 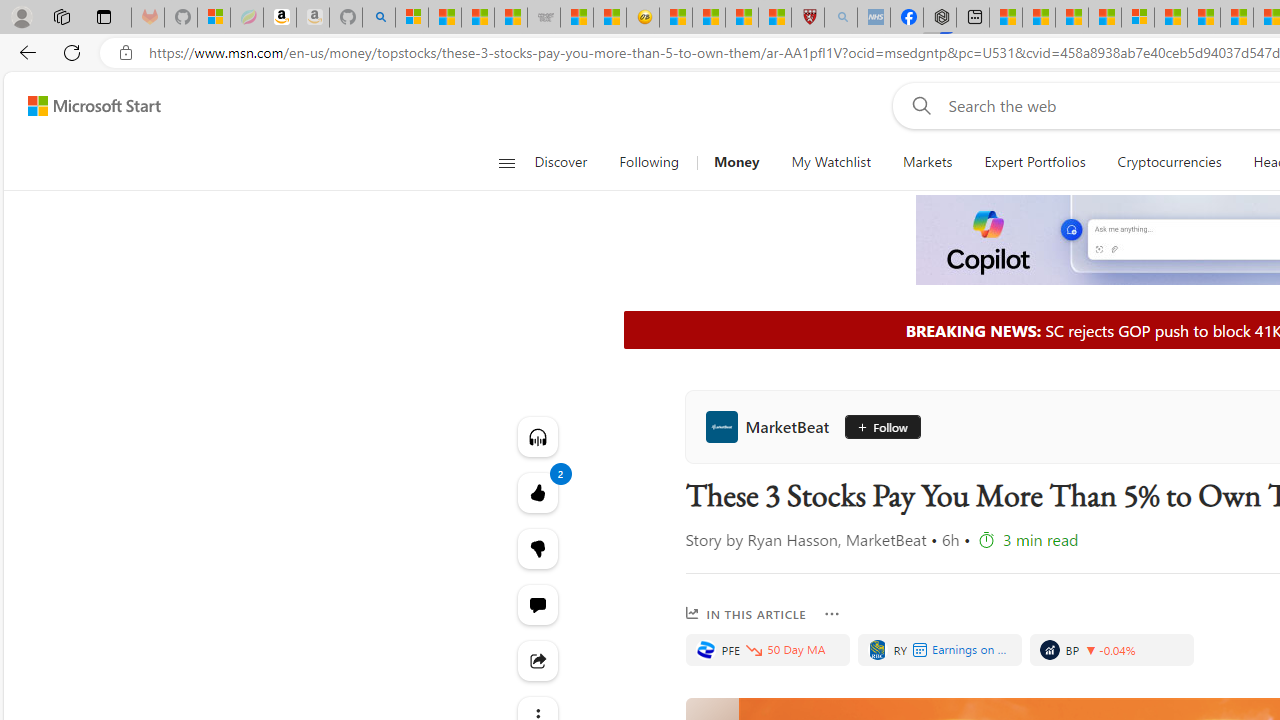 I want to click on 'MarketBeat', so click(x=770, y=425).